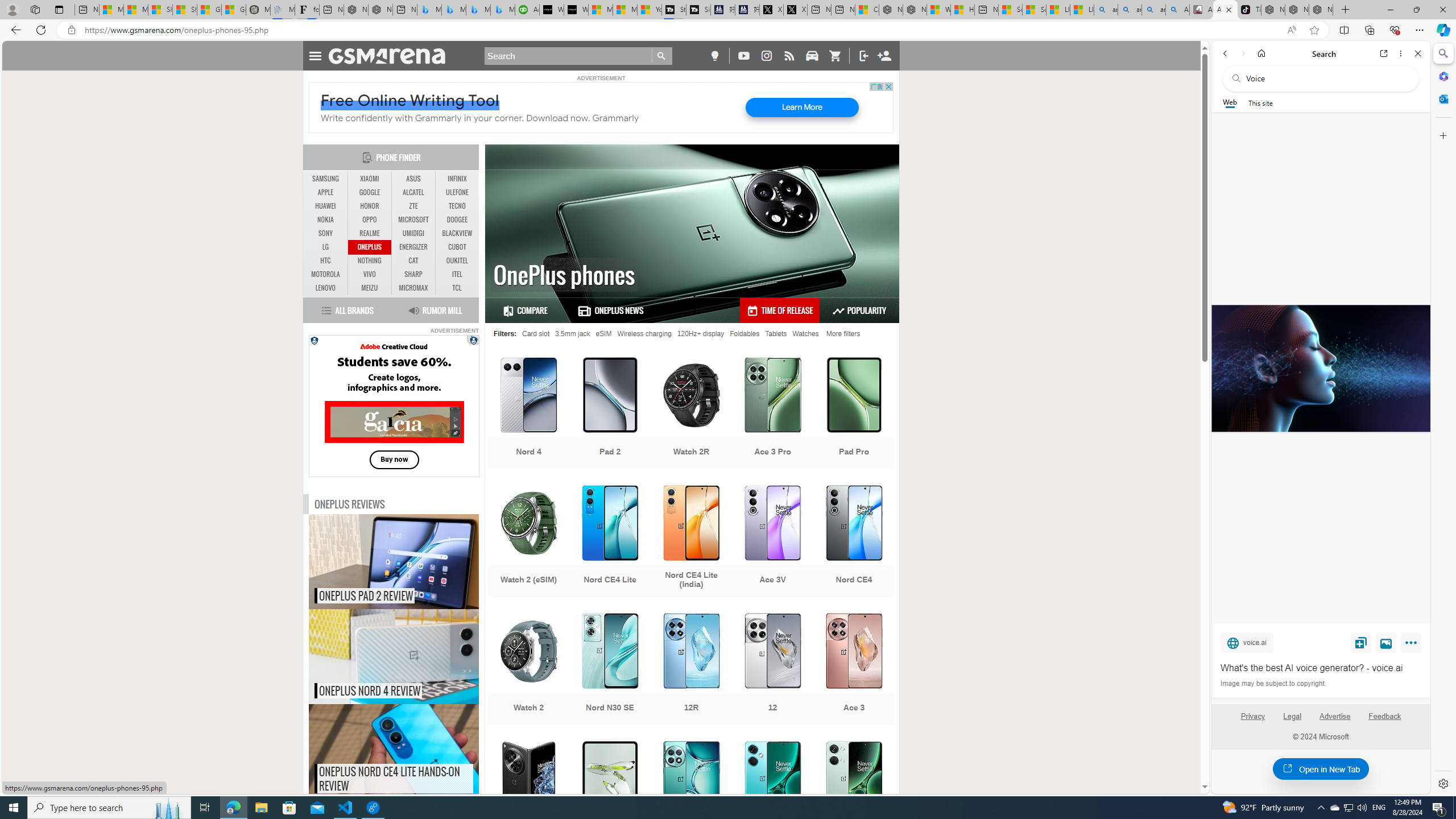  Describe the element at coordinates (457, 246) in the screenshot. I see `'CUBOT'` at that location.